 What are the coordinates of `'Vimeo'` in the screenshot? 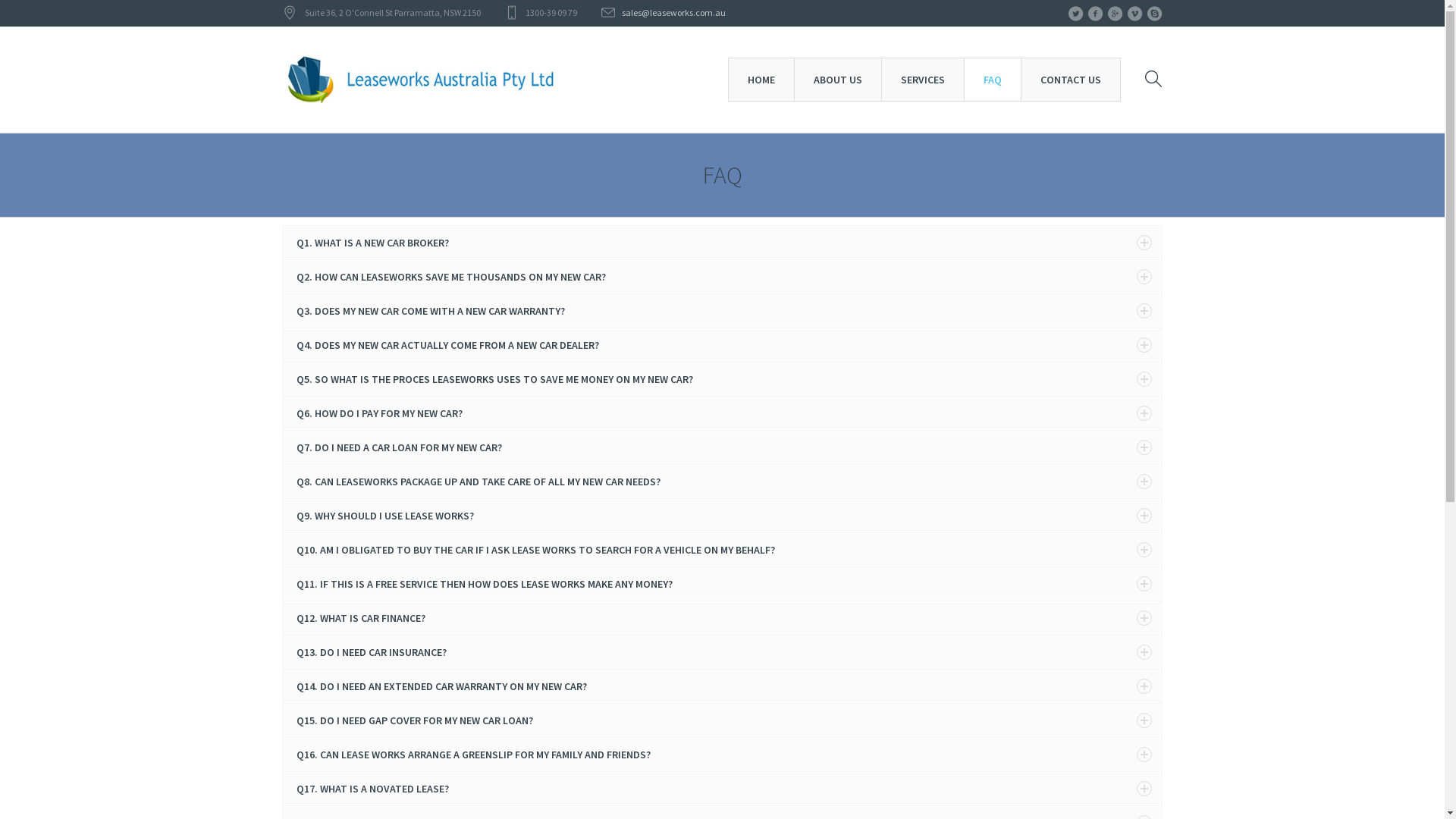 It's located at (1127, 14).